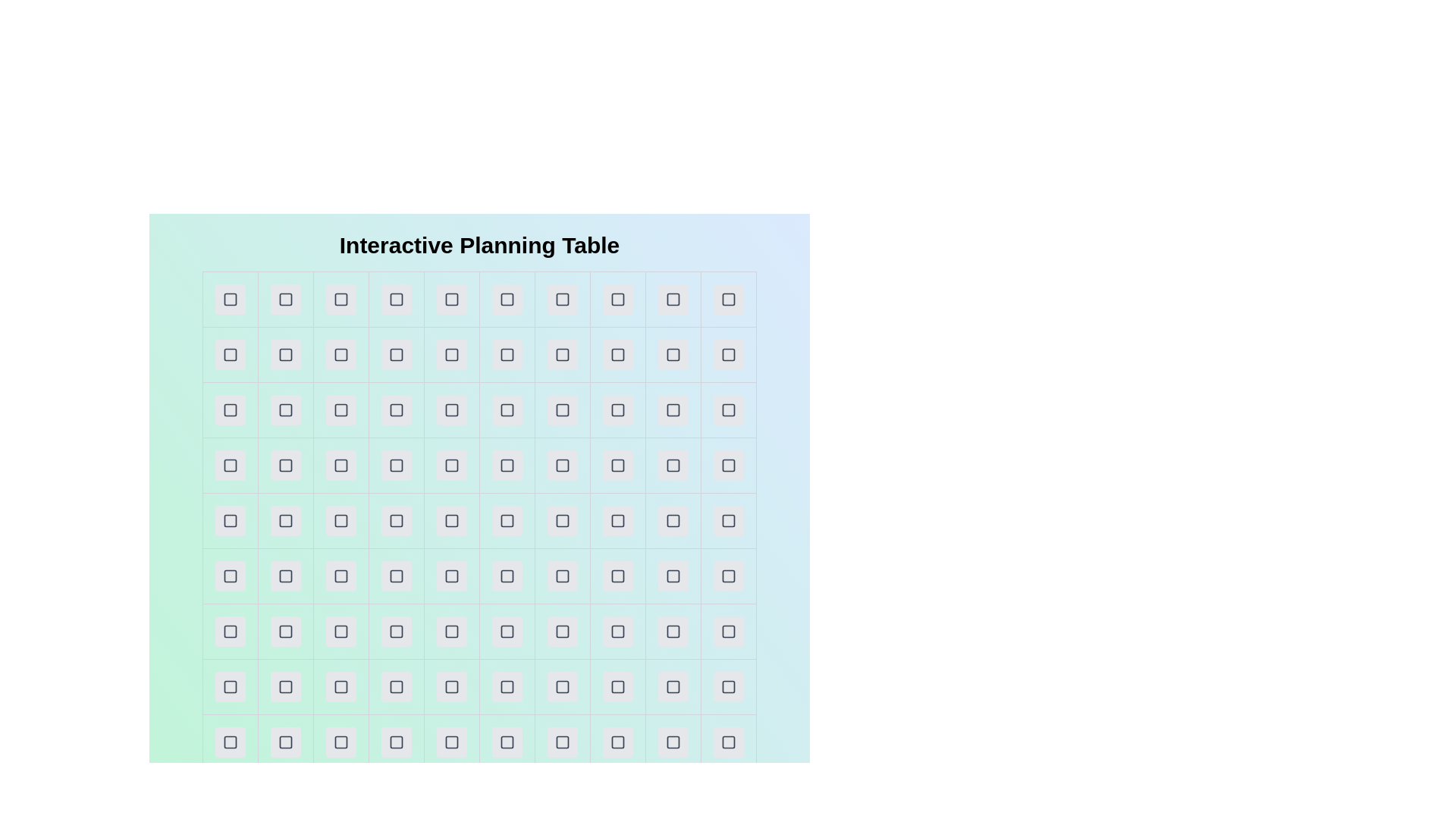  What do you see at coordinates (479, 245) in the screenshot?
I see `the title of the table to read its content` at bounding box center [479, 245].